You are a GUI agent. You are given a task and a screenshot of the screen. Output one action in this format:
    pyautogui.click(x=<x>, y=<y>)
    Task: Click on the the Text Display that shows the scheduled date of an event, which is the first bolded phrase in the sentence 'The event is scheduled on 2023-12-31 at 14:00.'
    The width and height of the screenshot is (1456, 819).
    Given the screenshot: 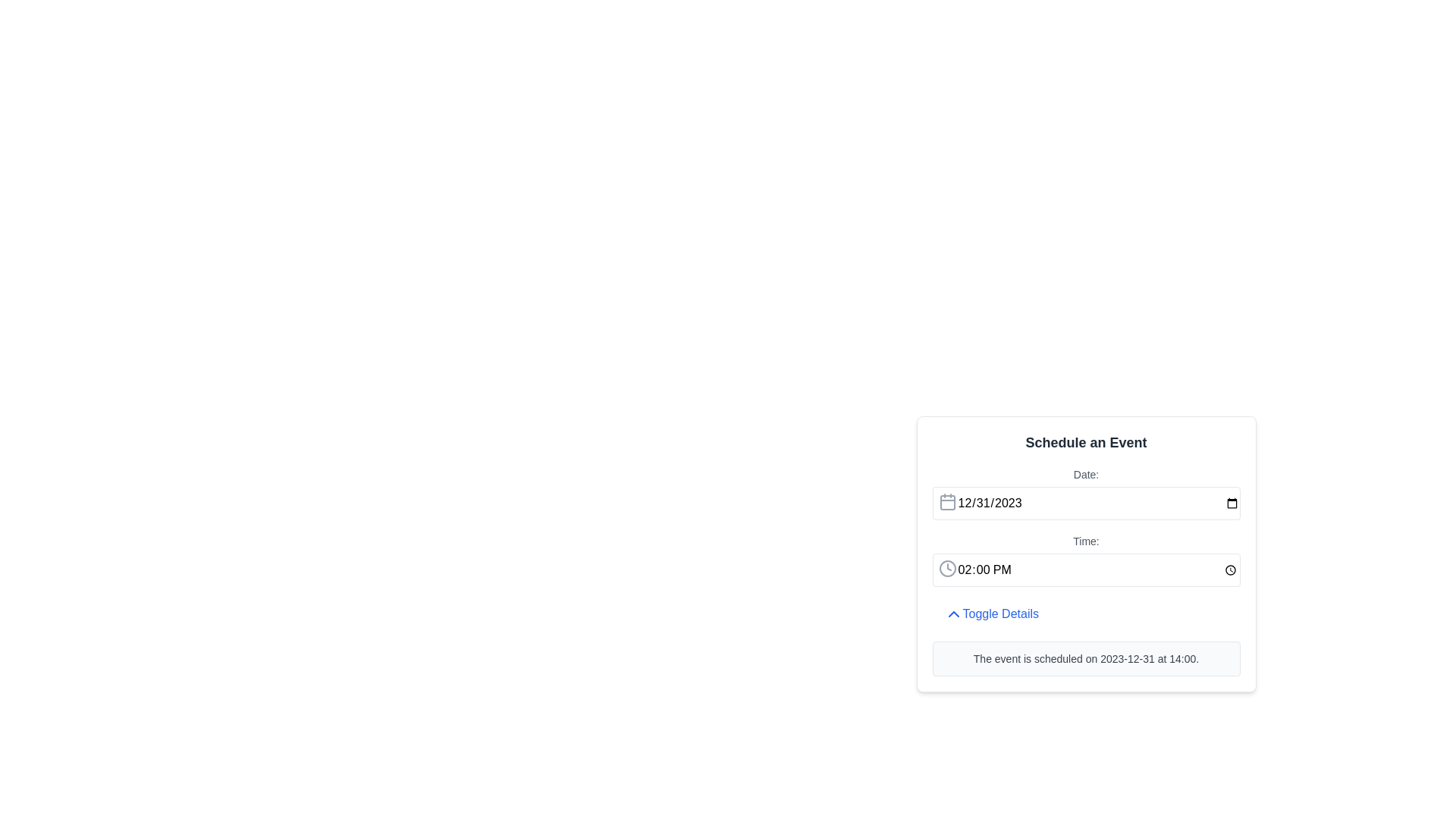 What is the action you would take?
    pyautogui.click(x=1128, y=657)
    